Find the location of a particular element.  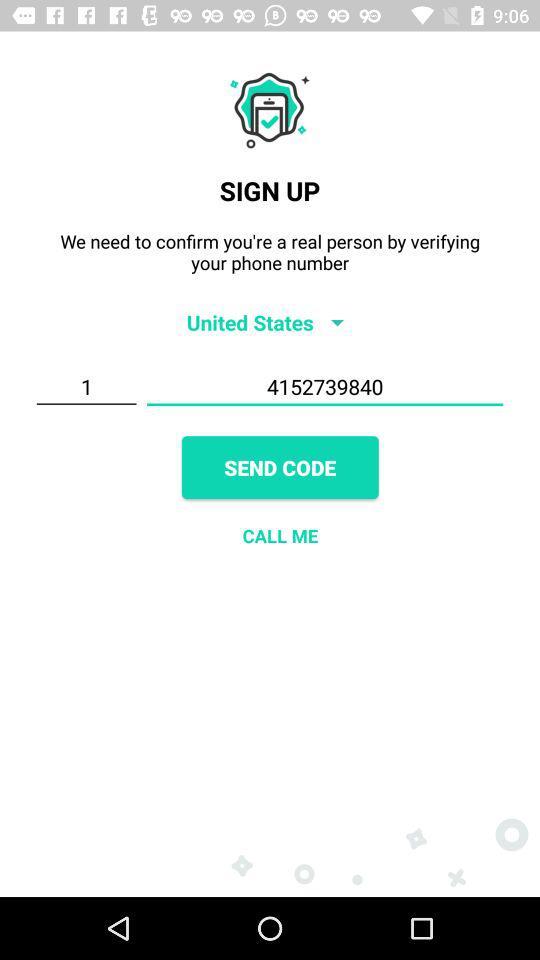

the icon next to the 4152739840 icon is located at coordinates (85, 386).